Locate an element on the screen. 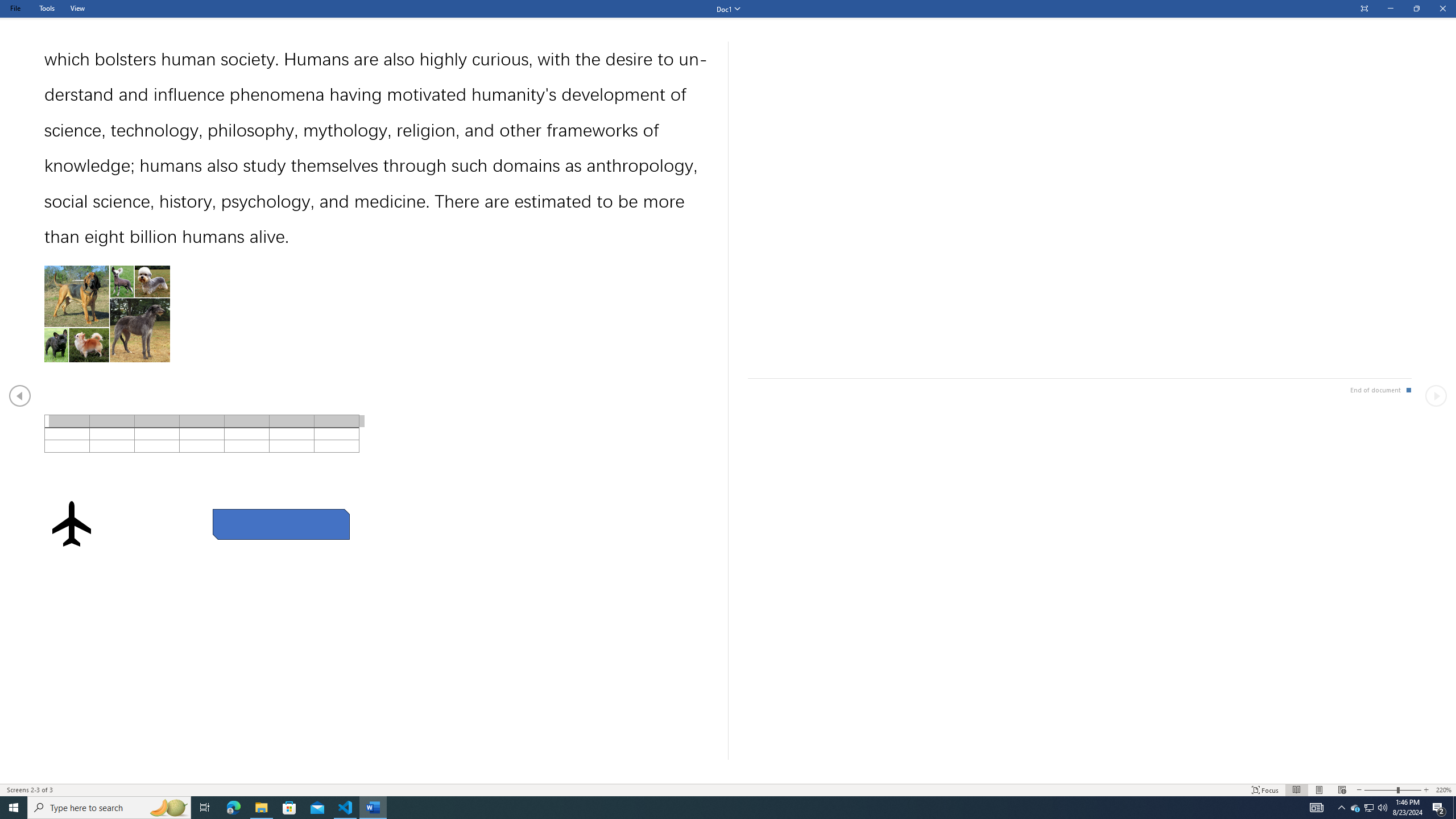  'Morphological variation in six dogs' is located at coordinates (106, 313).